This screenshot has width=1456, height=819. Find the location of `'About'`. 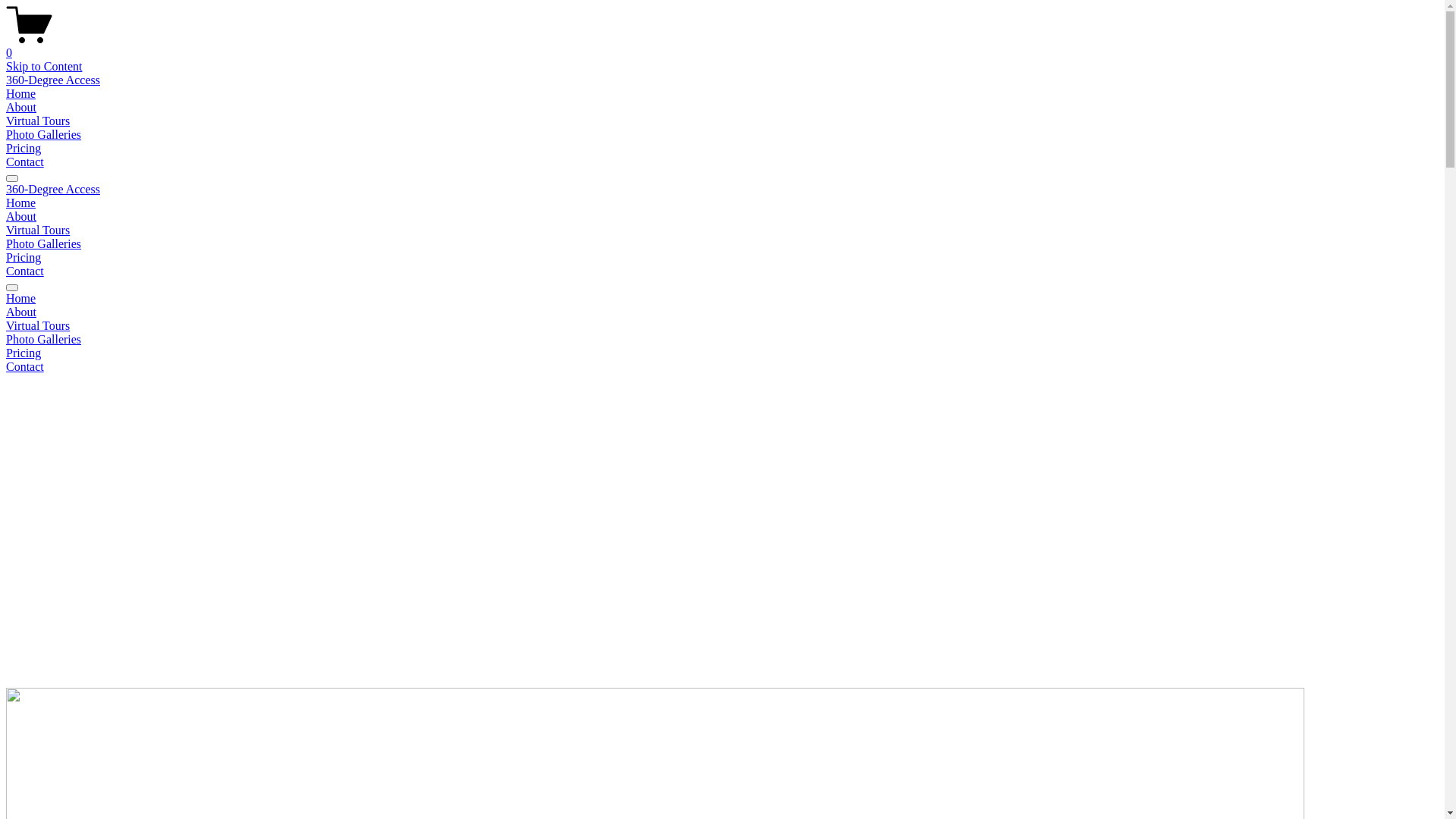

'About' is located at coordinates (21, 106).